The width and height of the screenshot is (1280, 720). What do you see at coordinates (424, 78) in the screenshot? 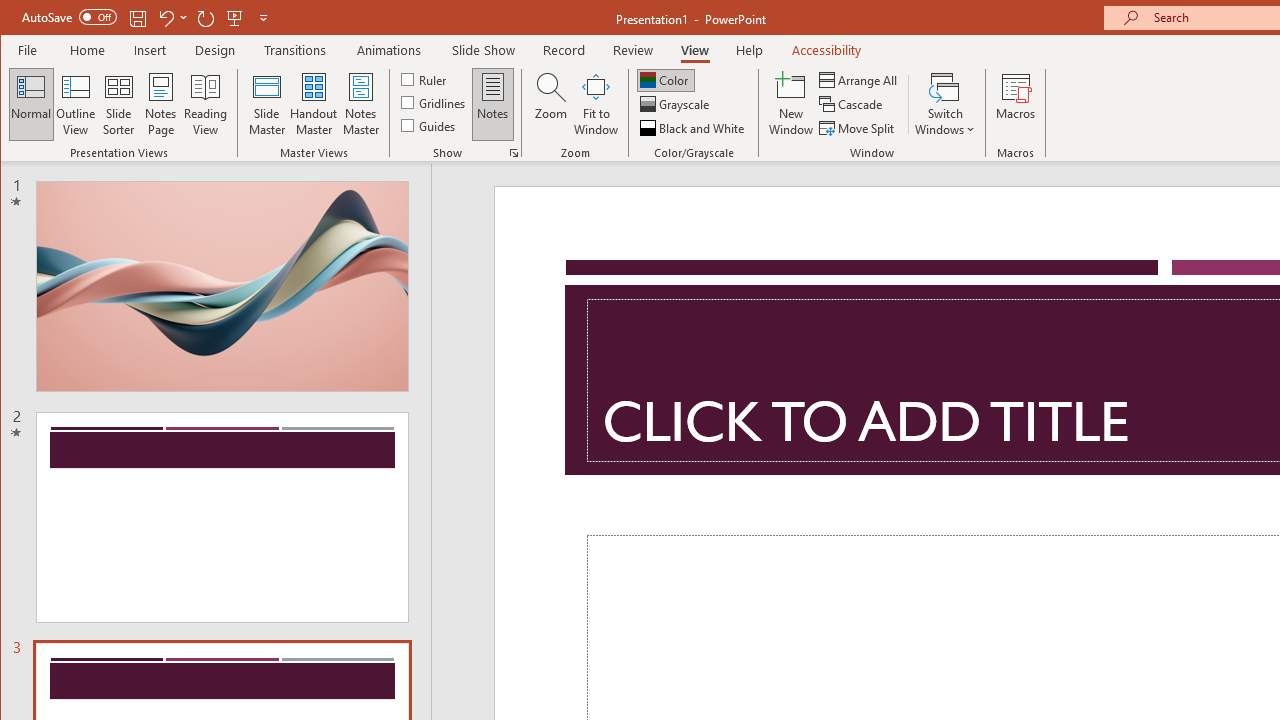
I see `'Ruler'` at bounding box center [424, 78].